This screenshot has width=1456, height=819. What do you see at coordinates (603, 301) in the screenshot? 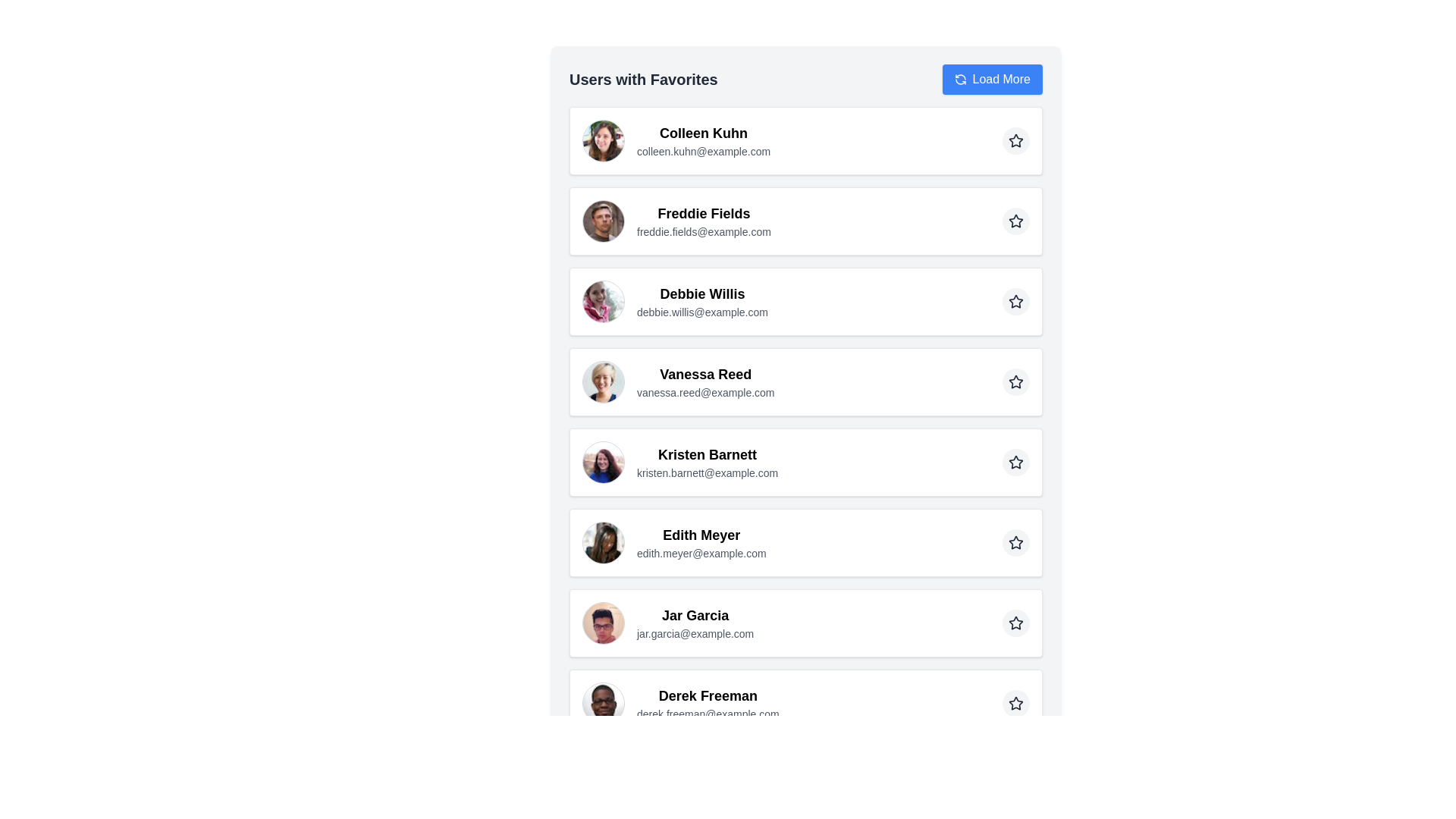
I see `the user avatar element located to the left of 'Debbie Willis' and 'debbie.willis@example.com' in the user list` at bounding box center [603, 301].